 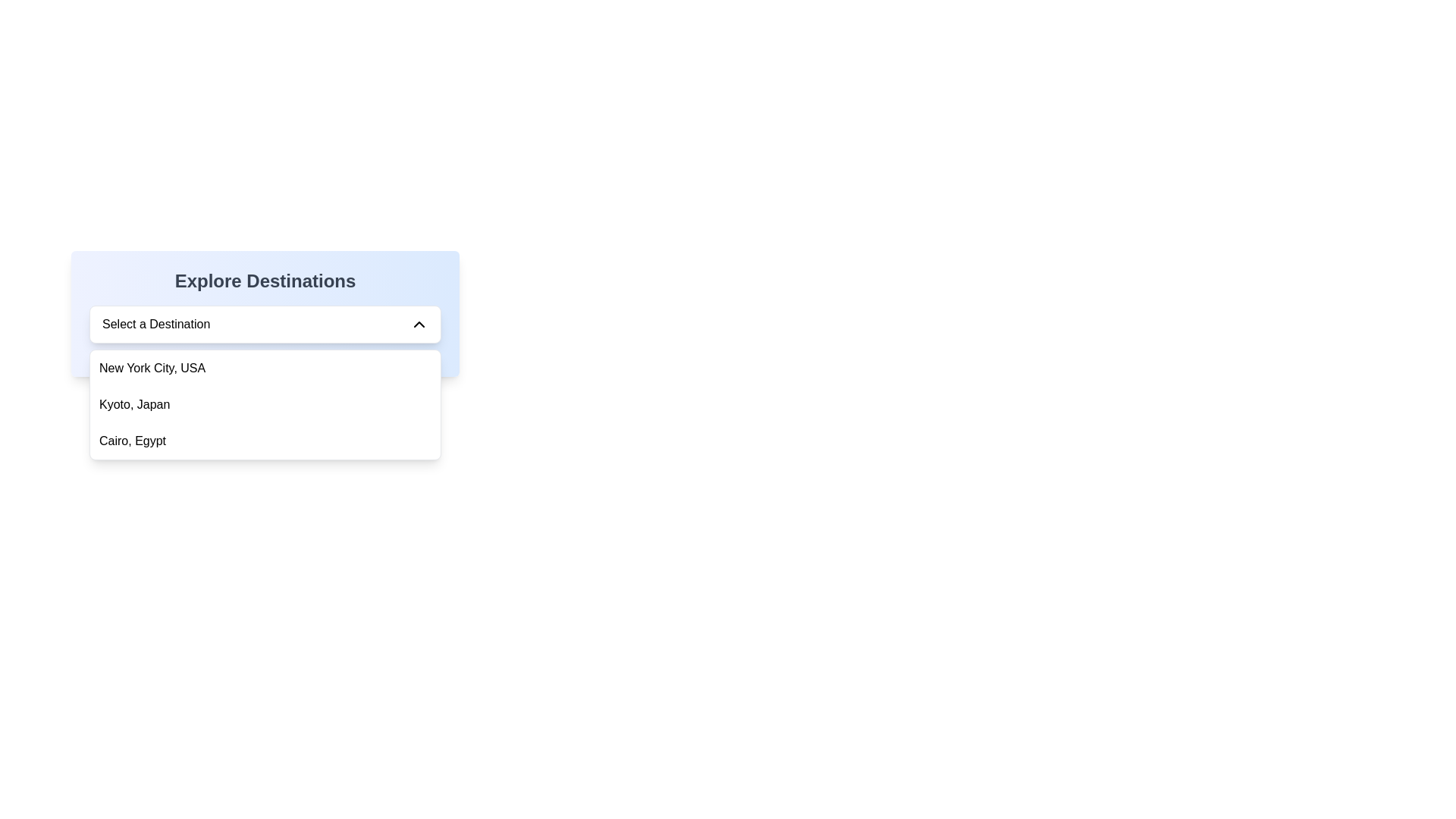 What do you see at coordinates (265, 369) in the screenshot?
I see `the list item displaying 'New York City, USA'` at bounding box center [265, 369].